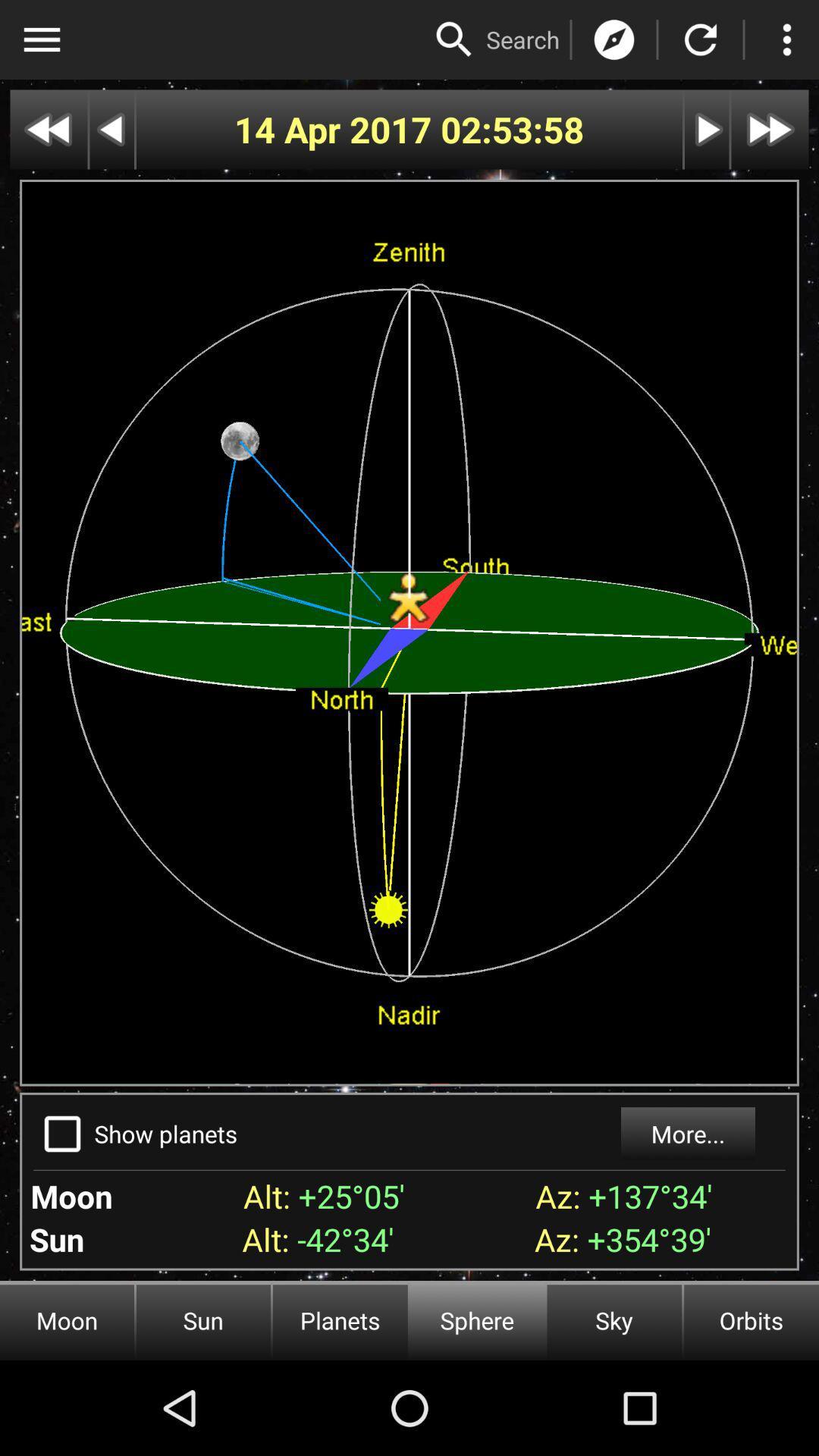  What do you see at coordinates (166, 1134) in the screenshot?
I see `app next to more... app` at bounding box center [166, 1134].